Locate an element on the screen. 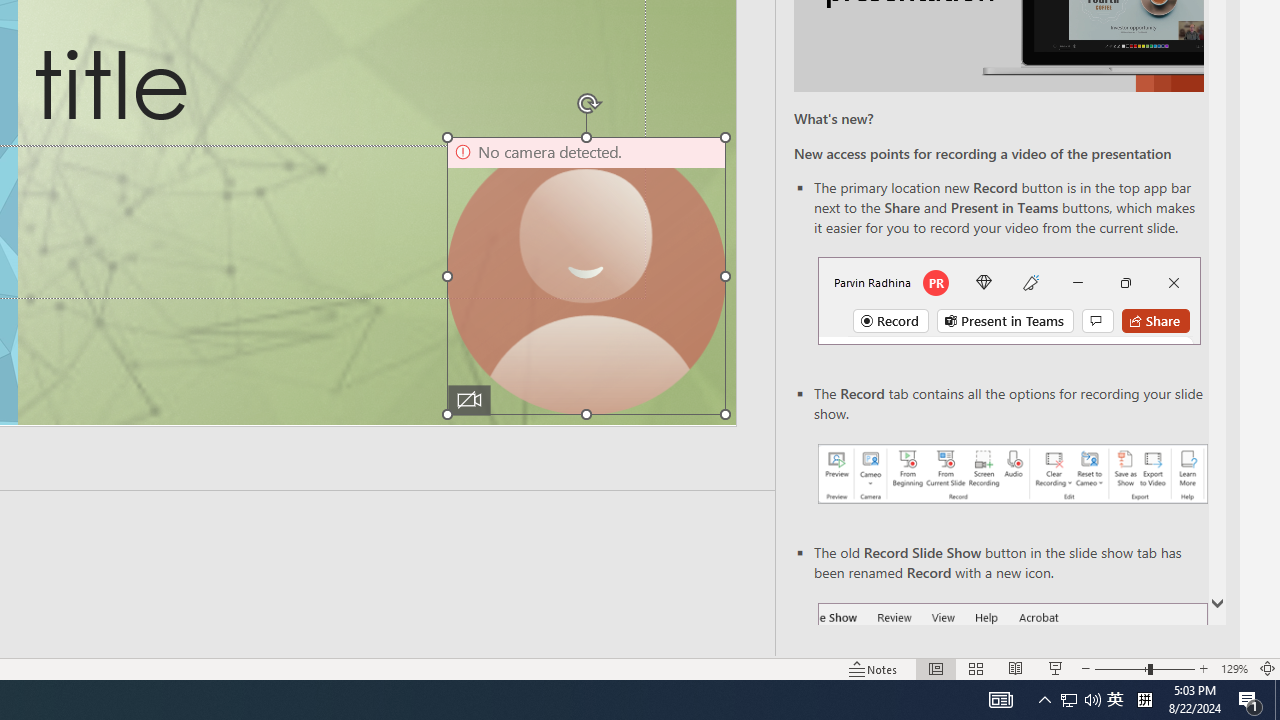 Image resolution: width=1280 pixels, height=720 pixels. 'Zoom to Fit ' is located at coordinates (1266, 669).